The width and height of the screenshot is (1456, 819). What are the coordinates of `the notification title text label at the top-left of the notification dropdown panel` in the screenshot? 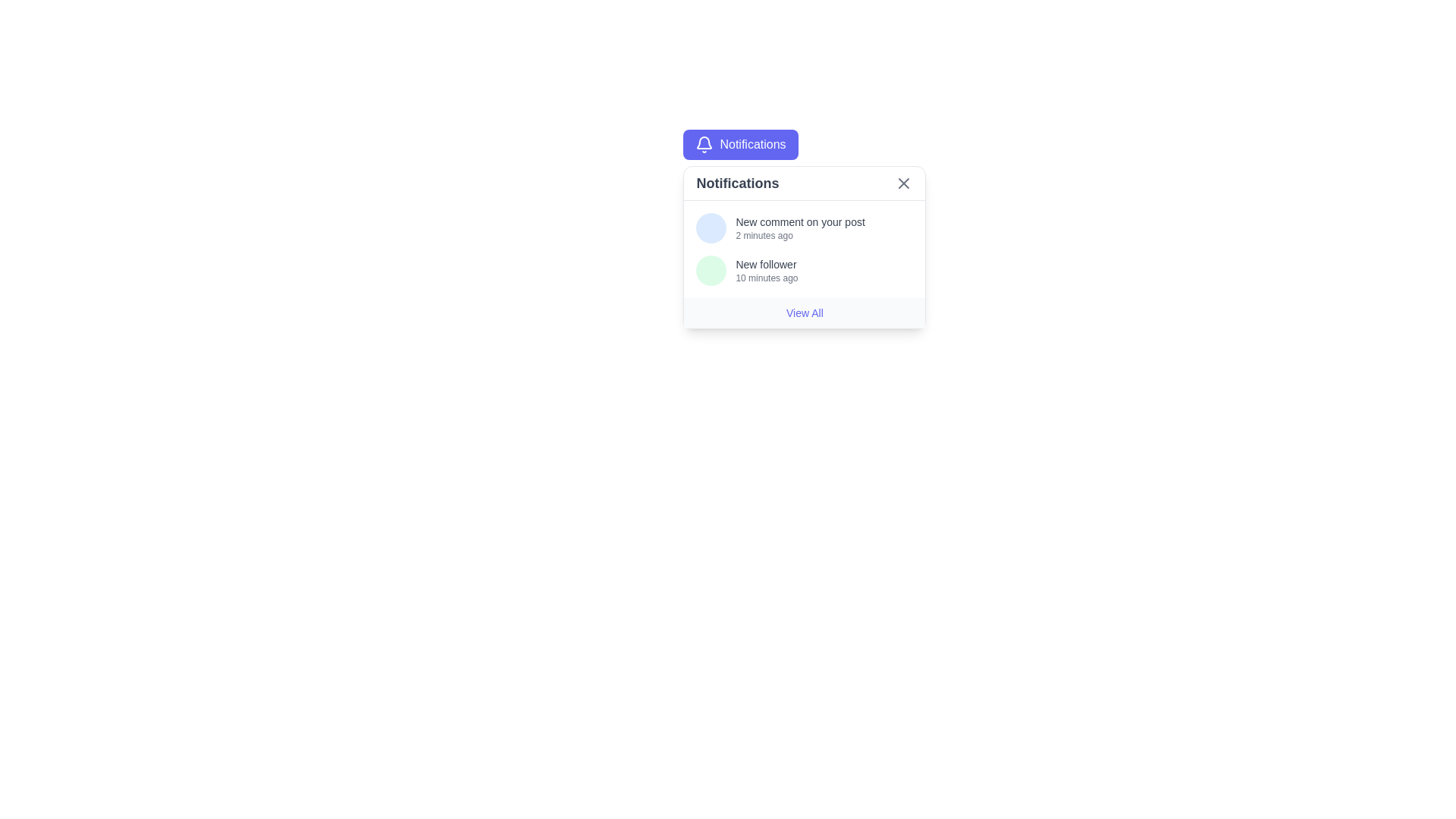 It's located at (737, 183).